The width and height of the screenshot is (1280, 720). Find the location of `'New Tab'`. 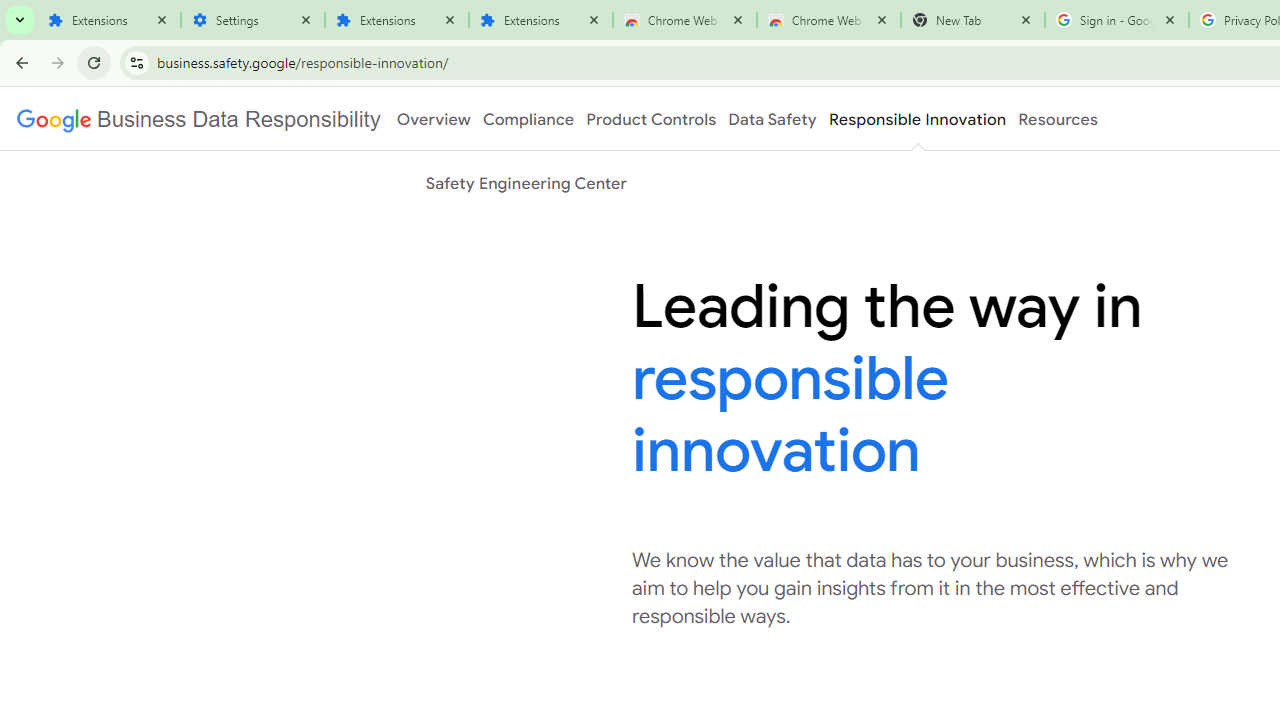

'New Tab' is located at coordinates (972, 20).